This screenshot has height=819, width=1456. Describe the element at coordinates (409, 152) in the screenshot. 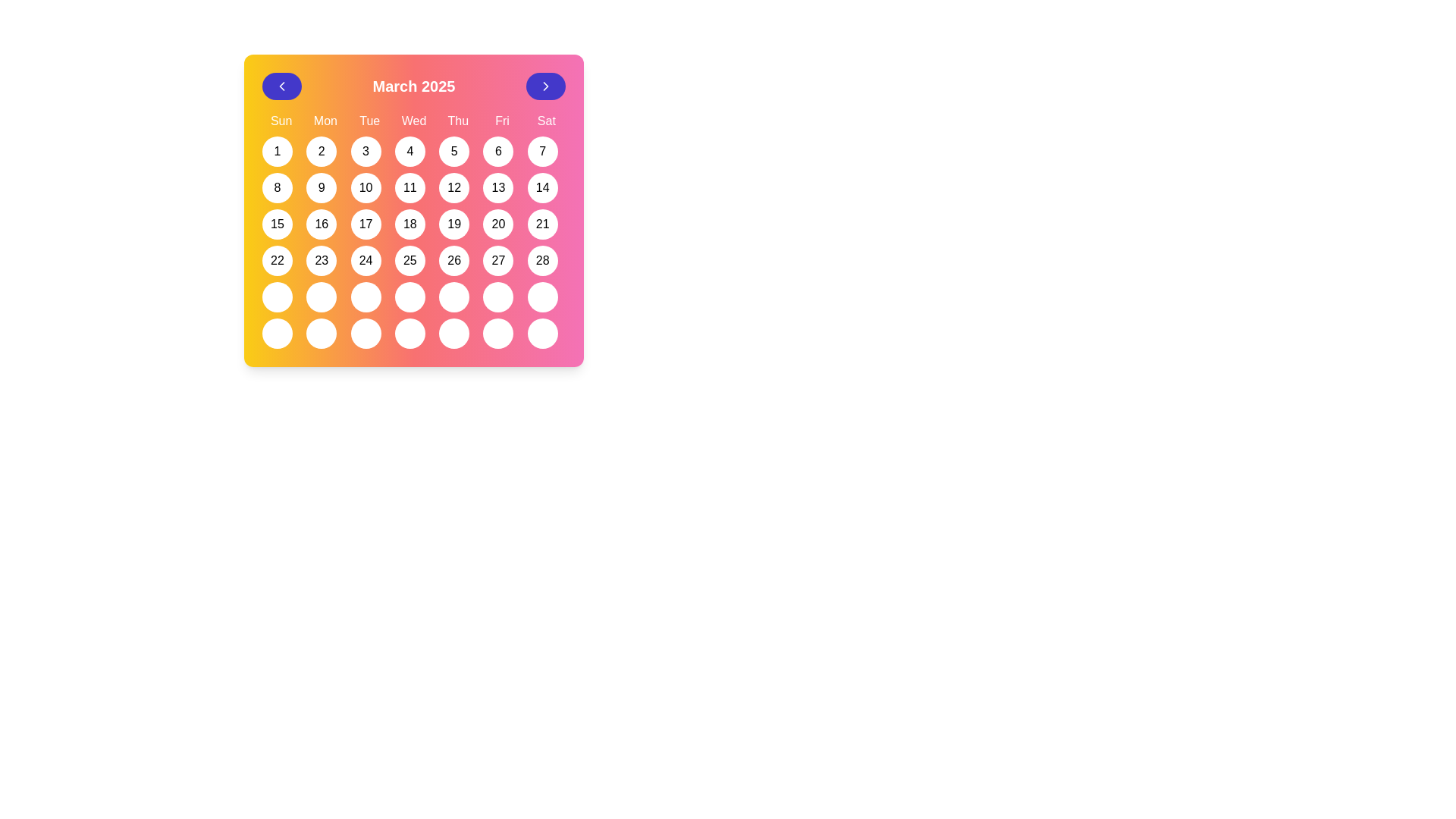

I see `the interactive calendar day button displaying the number '4'` at that location.